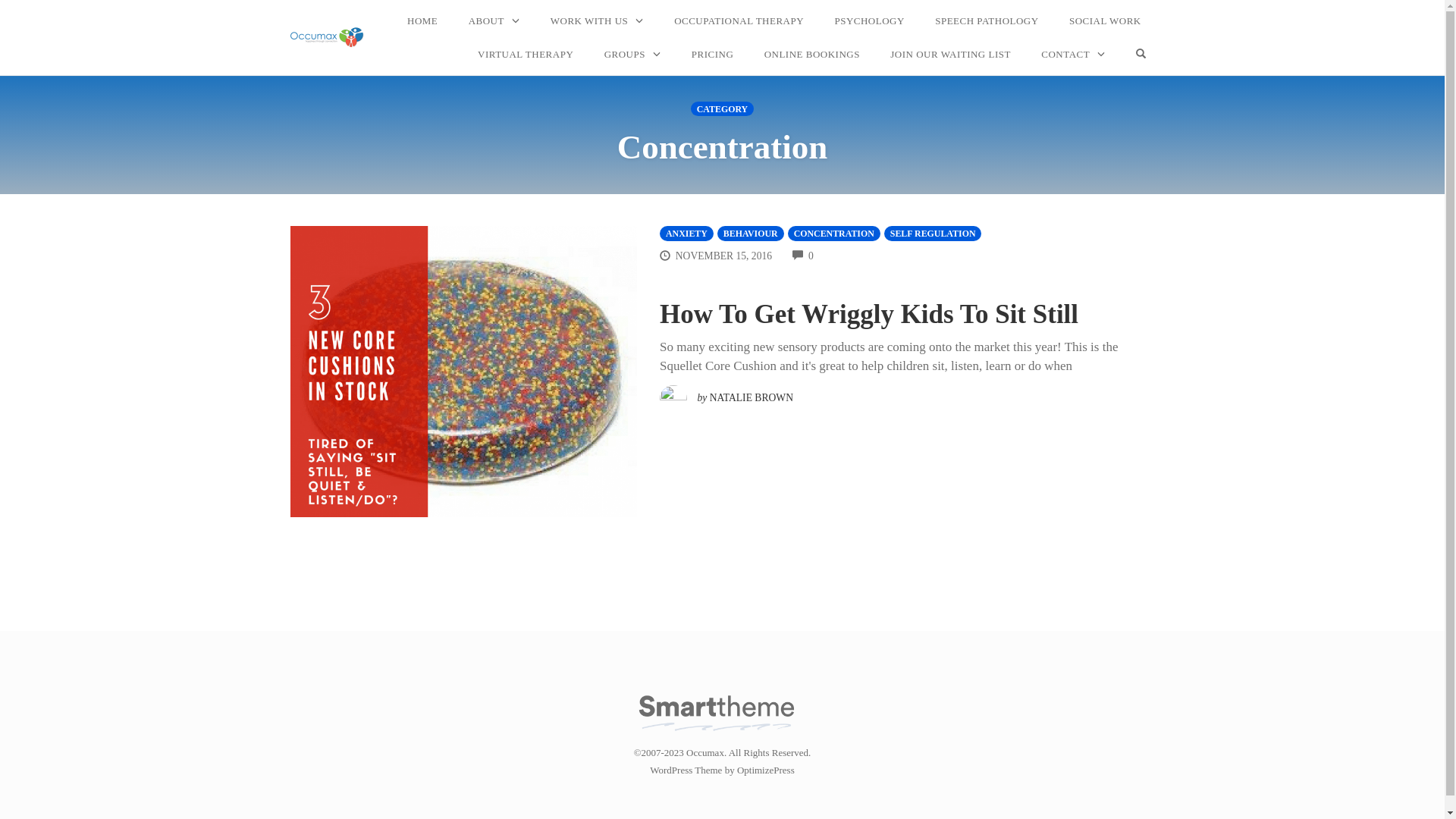  I want to click on 'ABOUT', so click(494, 20).